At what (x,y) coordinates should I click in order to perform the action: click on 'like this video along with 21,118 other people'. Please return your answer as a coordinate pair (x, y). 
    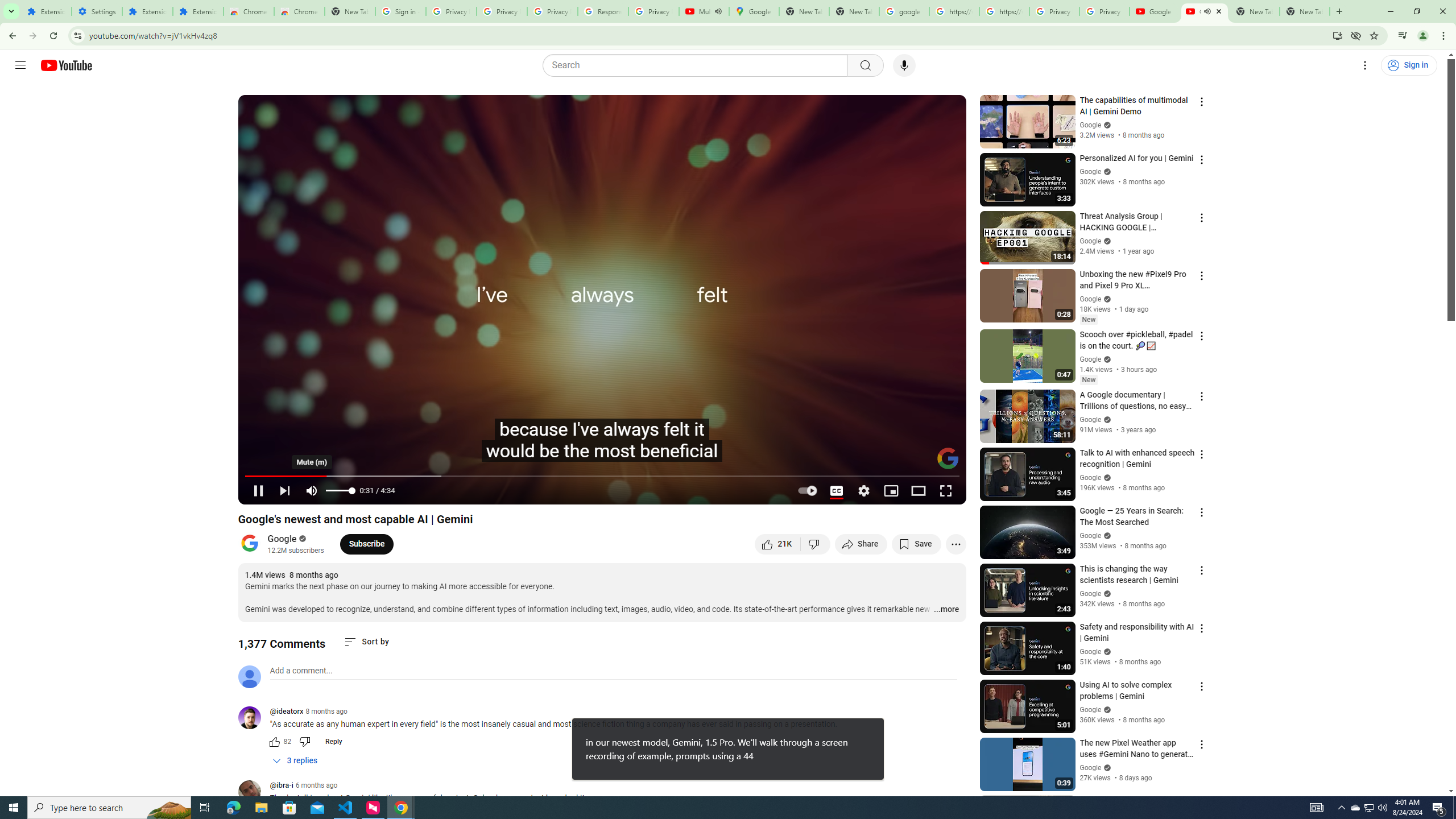
    Looking at the image, I should click on (777, 543).